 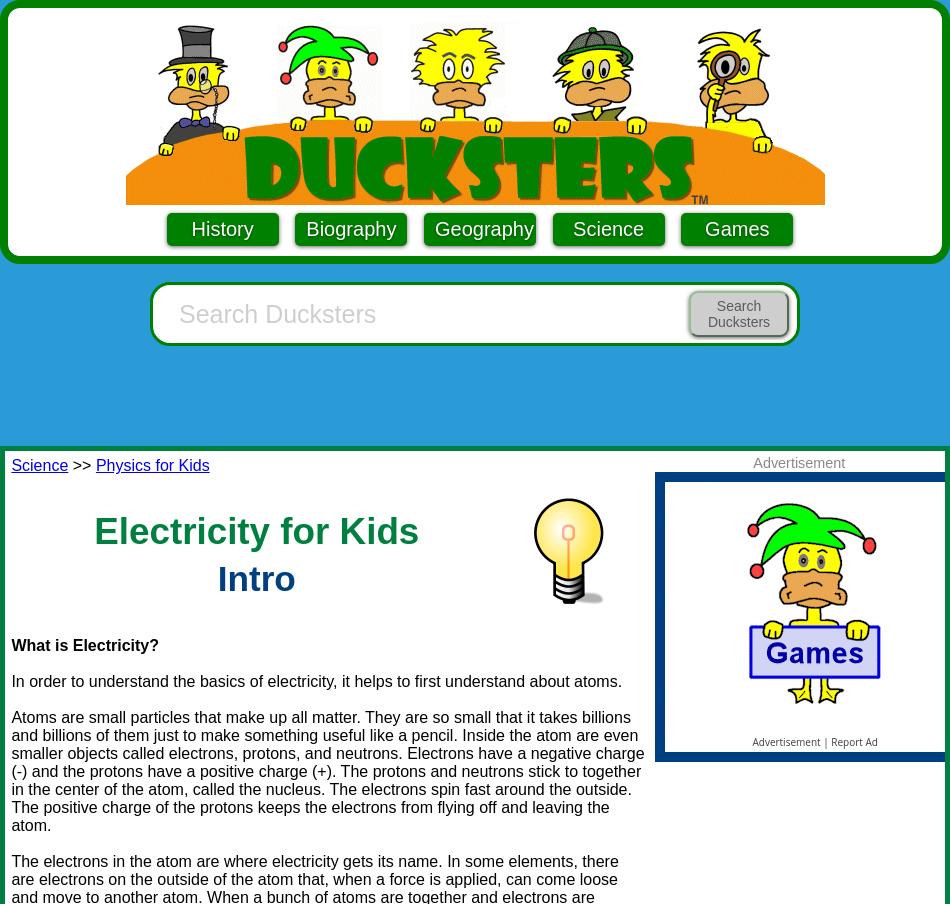 I want to click on 'Electricity for Kids', so click(x=255, y=531).